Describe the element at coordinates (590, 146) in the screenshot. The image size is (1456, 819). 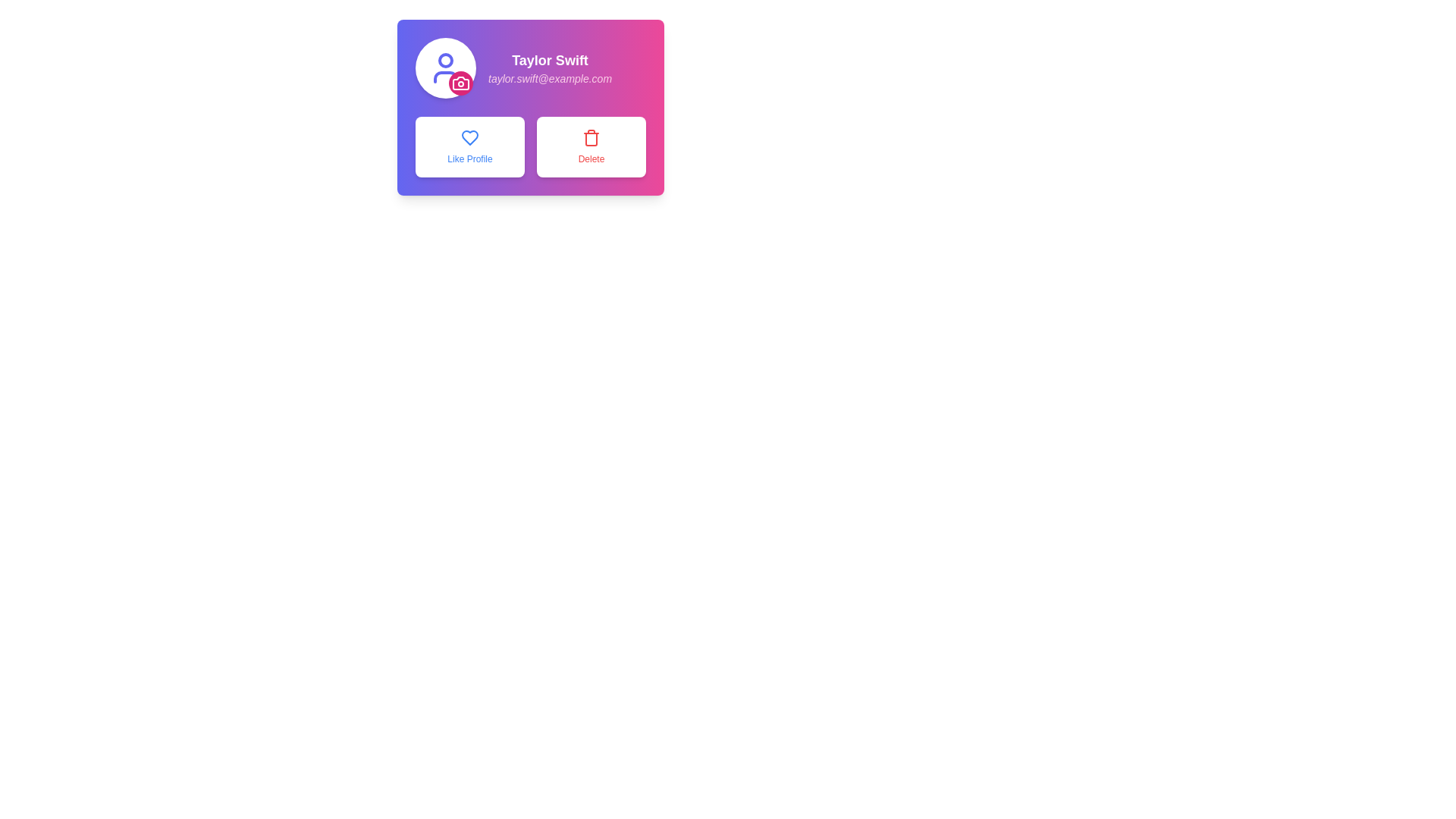
I see `the 'Delete' button, which has a white background, red text, and a trash can icon above the text, located on the right side of the layout` at that location.